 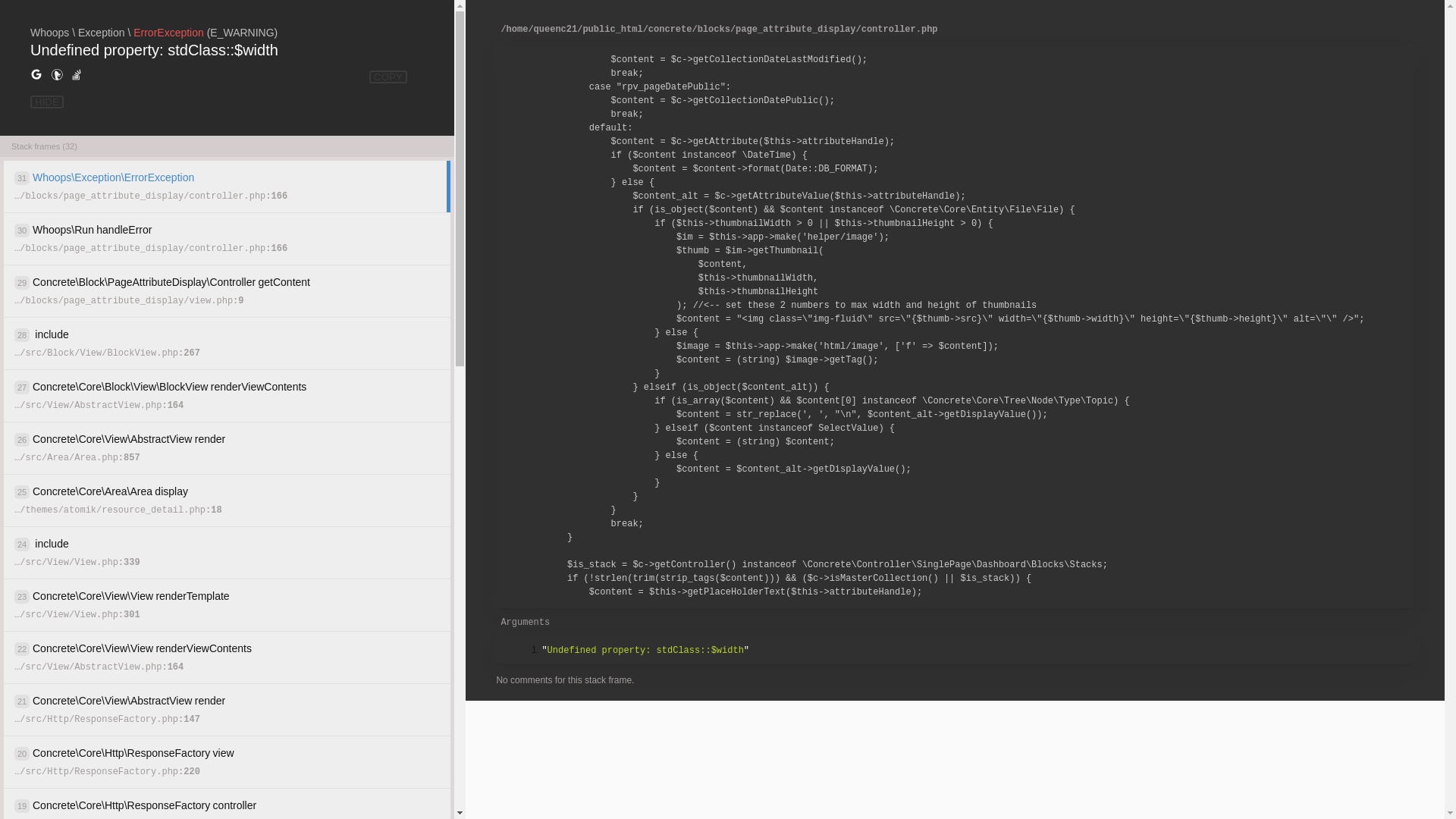 What do you see at coordinates (57, 75) in the screenshot?
I see `'Search for help on DuckDuckGo.'` at bounding box center [57, 75].